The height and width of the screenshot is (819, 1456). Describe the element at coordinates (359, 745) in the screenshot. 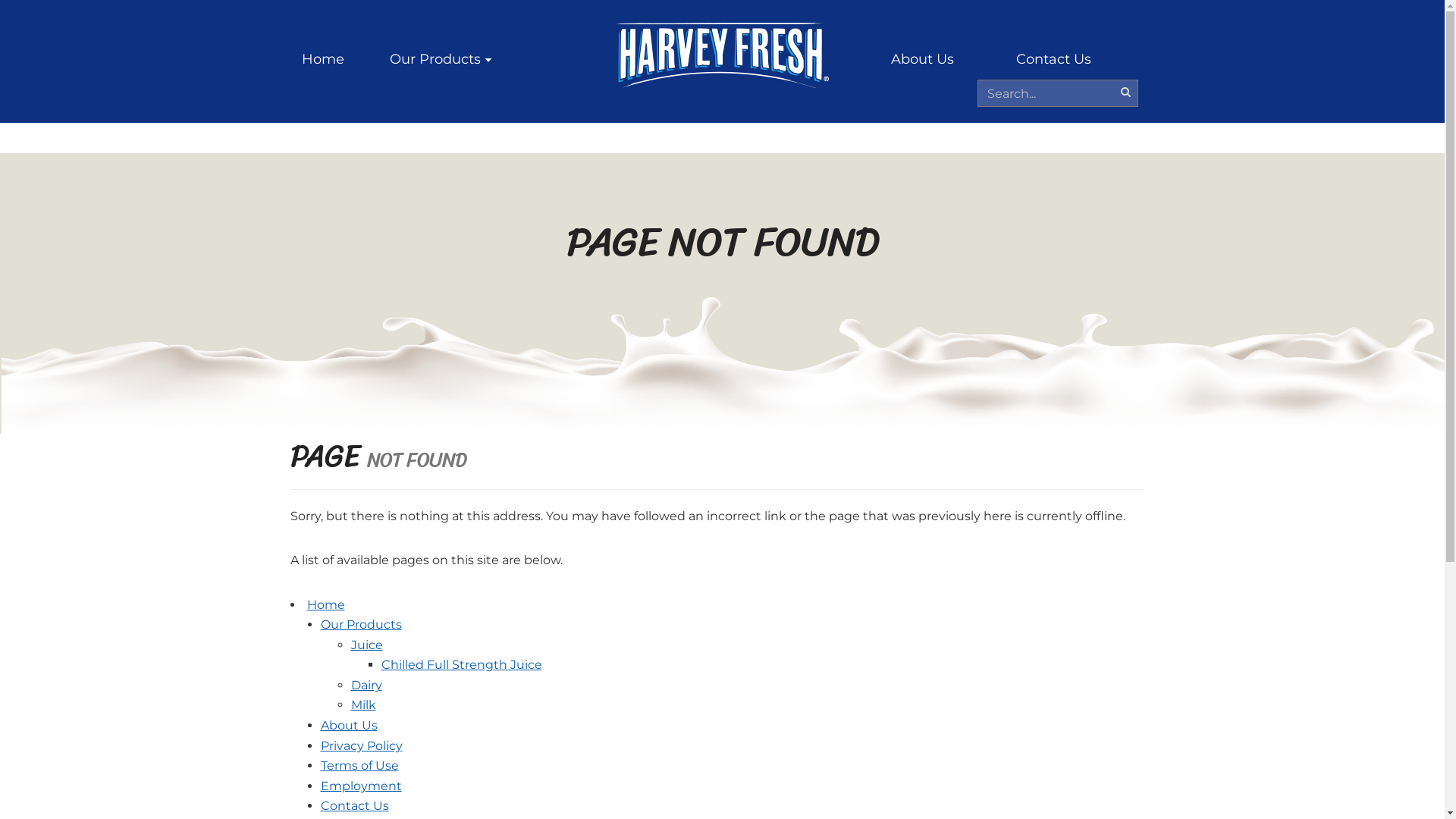

I see `'Privacy Policy'` at that location.